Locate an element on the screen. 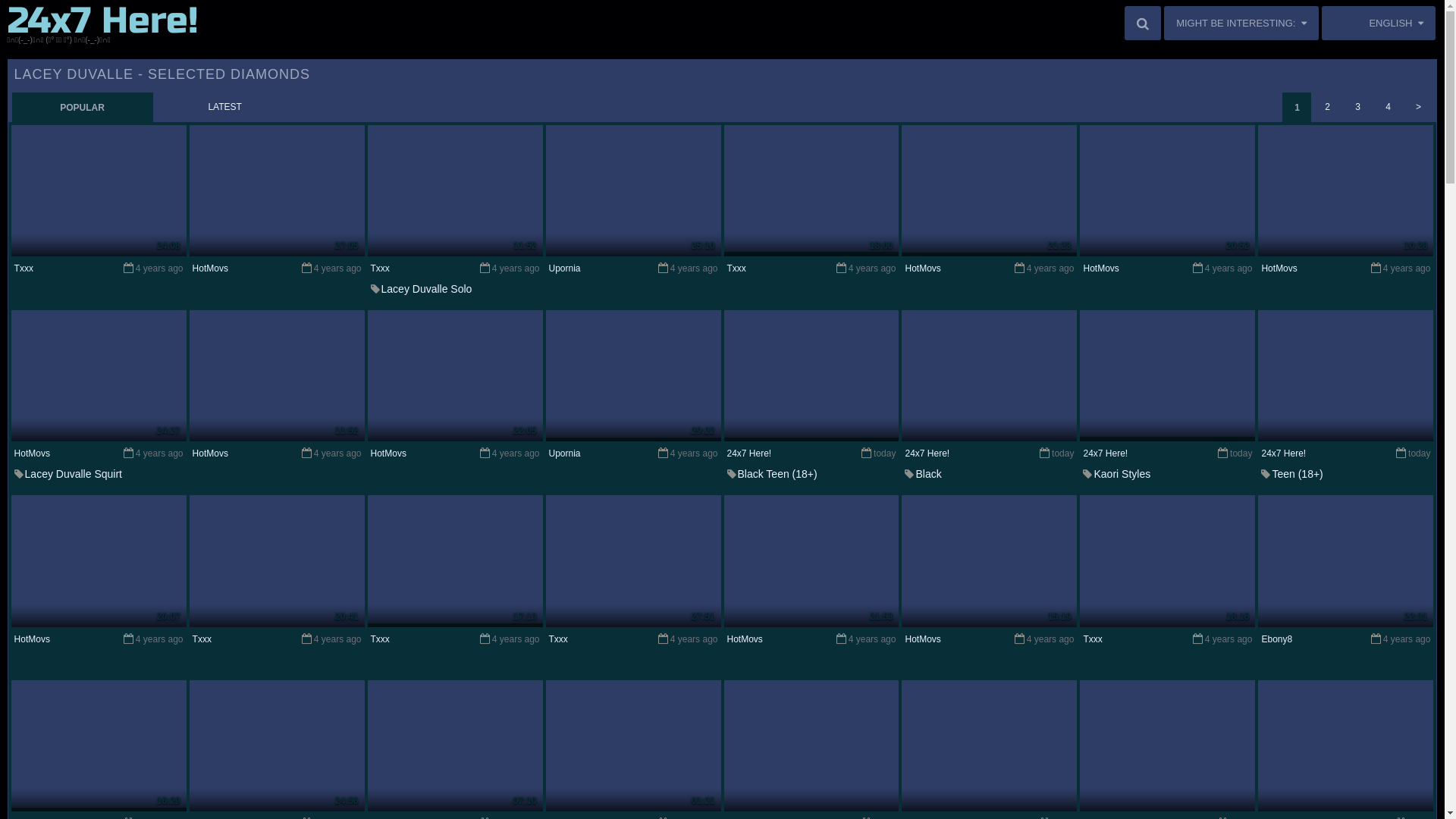 Image resolution: width=1456 pixels, height=819 pixels. '4' is located at coordinates (1387, 106).